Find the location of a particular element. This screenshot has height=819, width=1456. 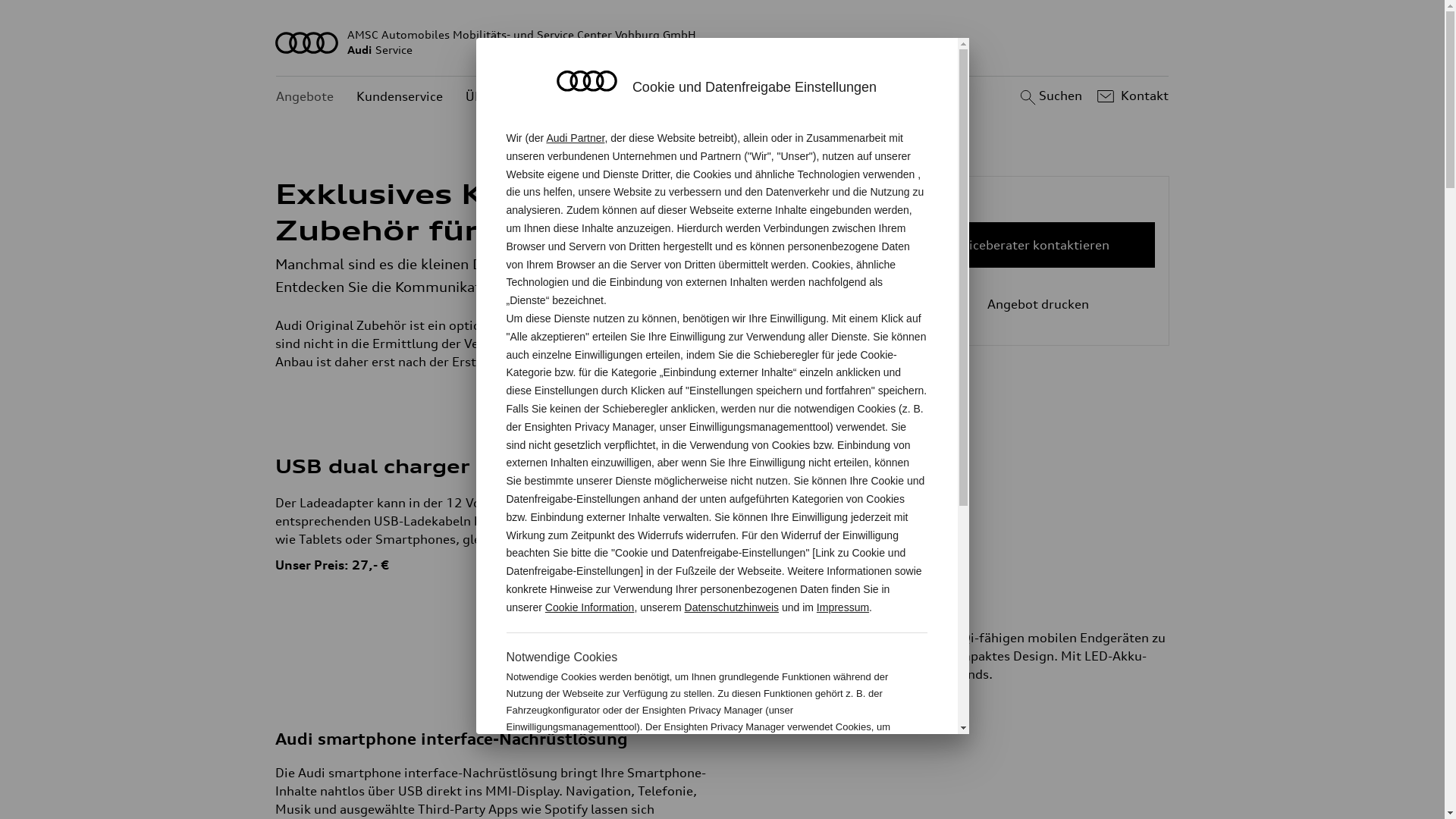

'Cookie Information' is located at coordinates (847, 777).